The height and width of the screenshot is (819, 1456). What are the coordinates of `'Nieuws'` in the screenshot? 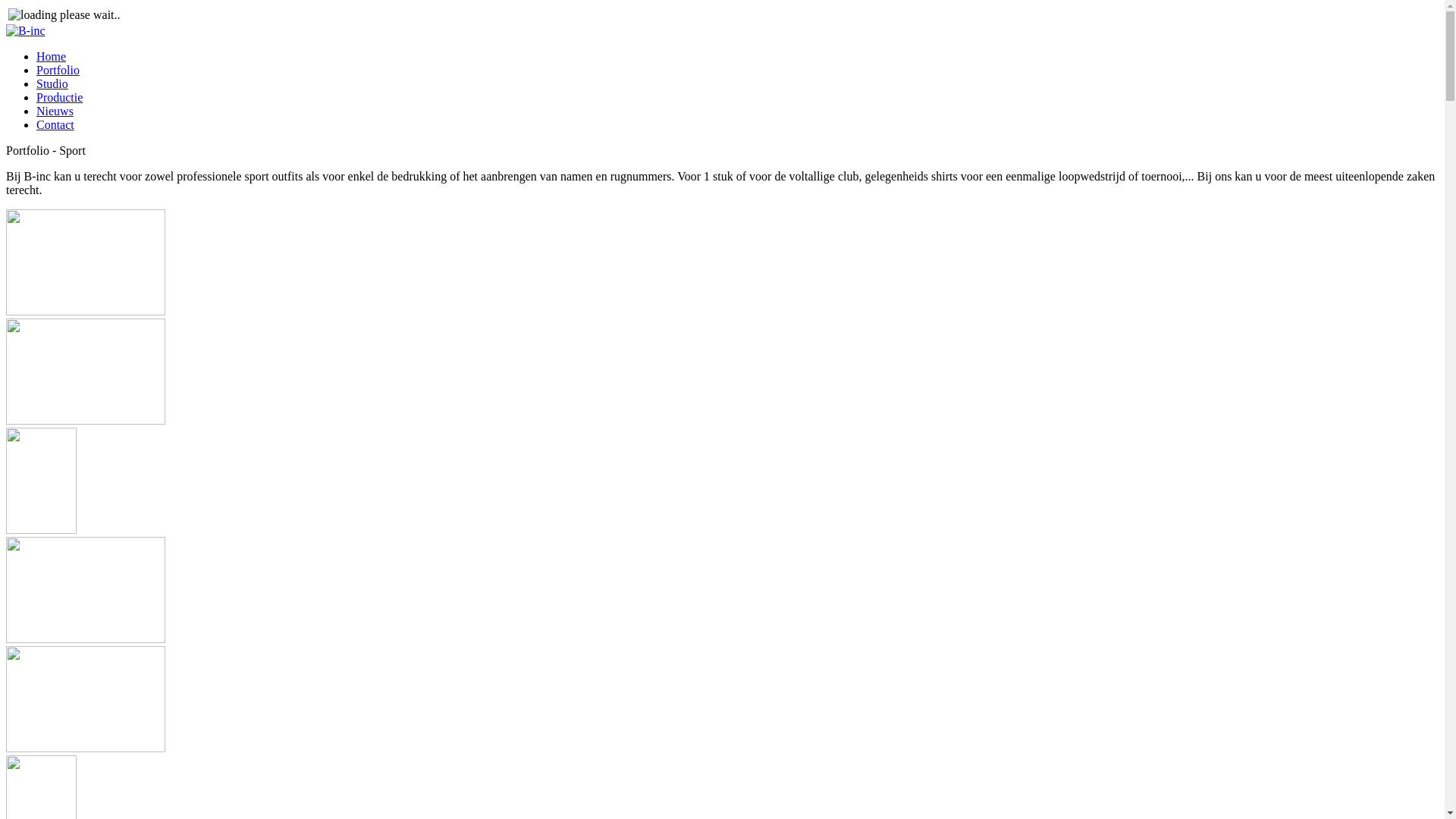 It's located at (36, 110).